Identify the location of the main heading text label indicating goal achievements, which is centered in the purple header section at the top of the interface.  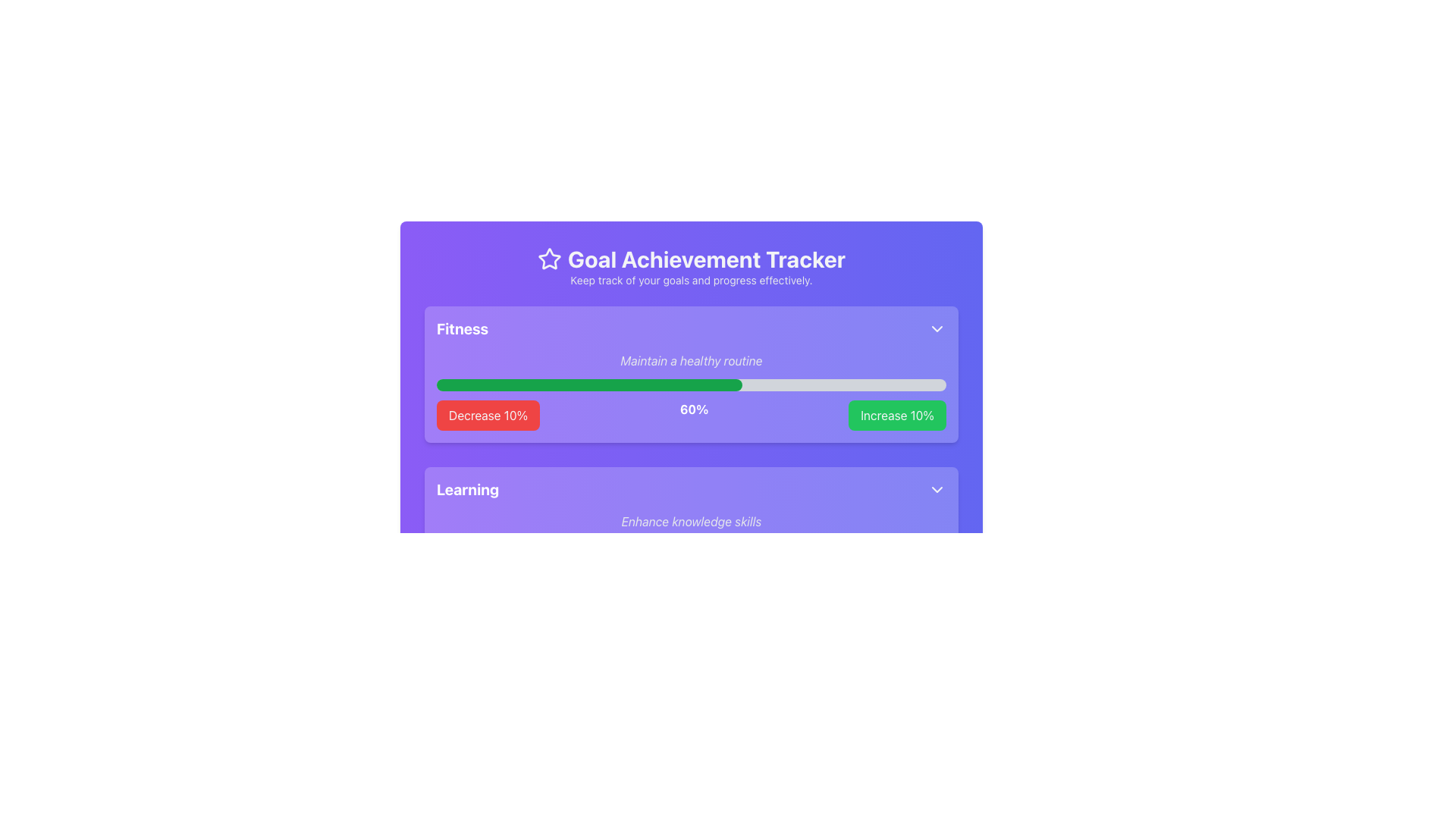
(691, 259).